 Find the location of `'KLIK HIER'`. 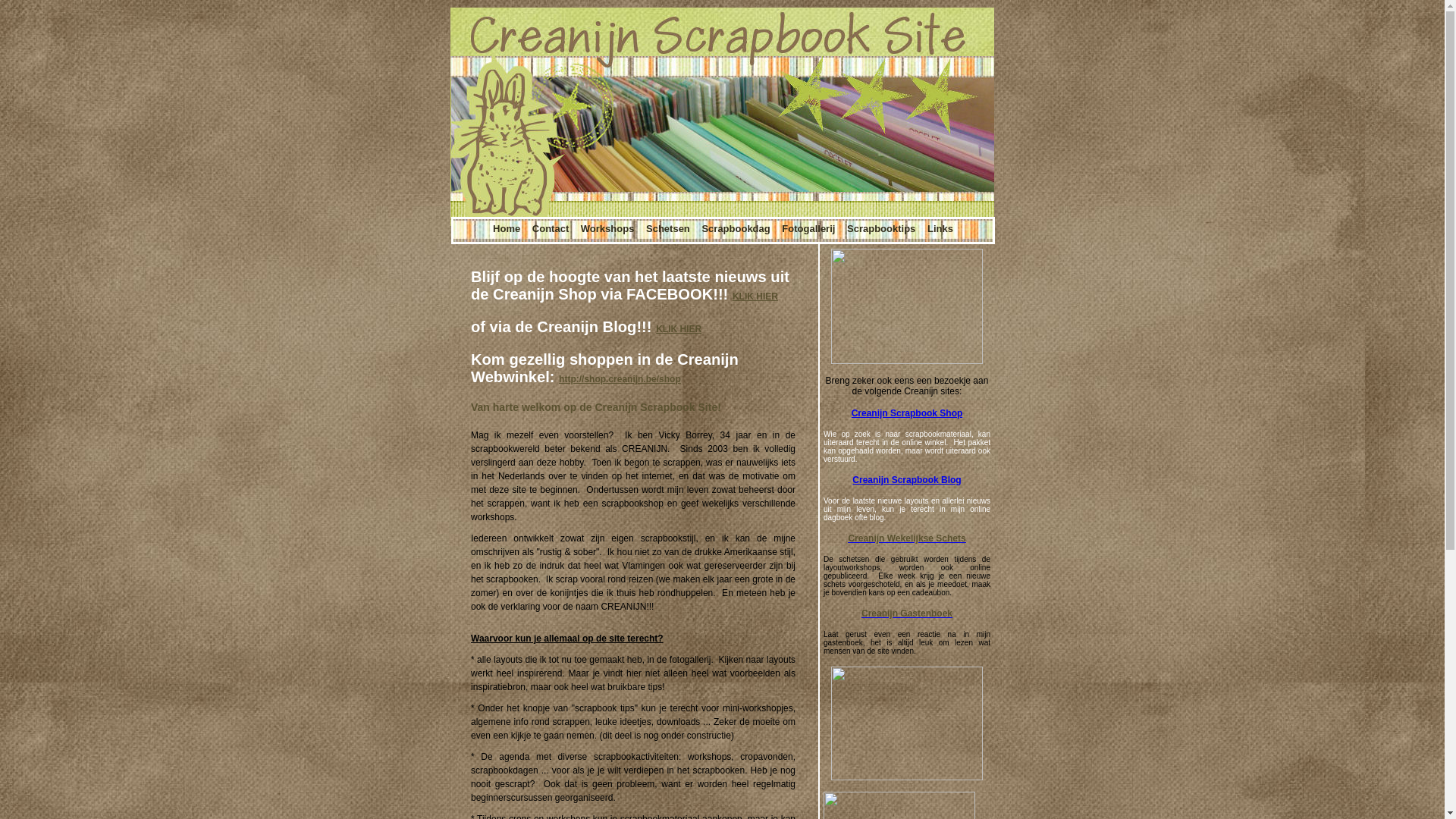

'KLIK HIER' is located at coordinates (677, 328).